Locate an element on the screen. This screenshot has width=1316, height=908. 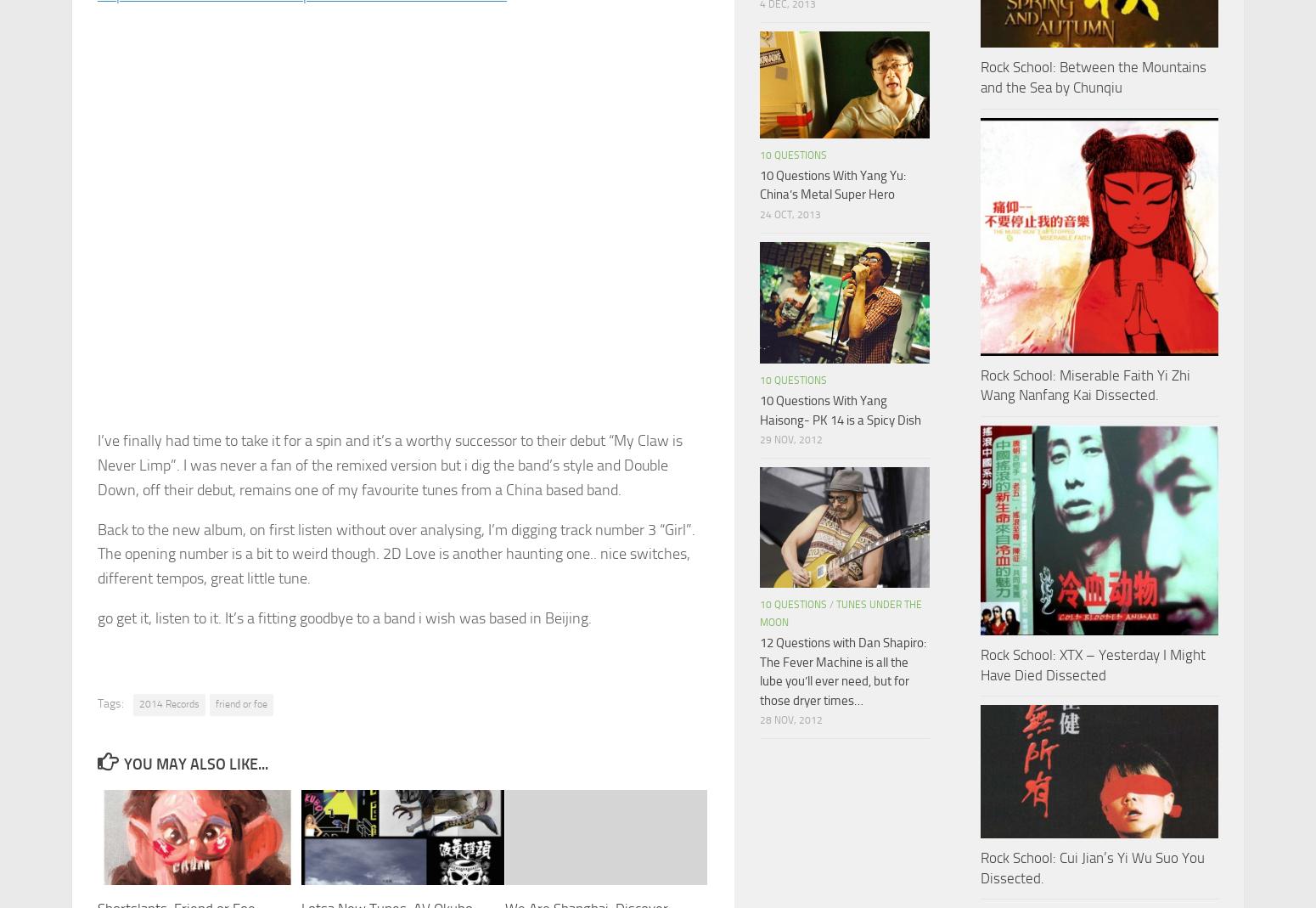
'12 Questions with Dan Shapiro: The Fever Machine is all the lube you’ll ever need, but for those dryer times…' is located at coordinates (841, 671).